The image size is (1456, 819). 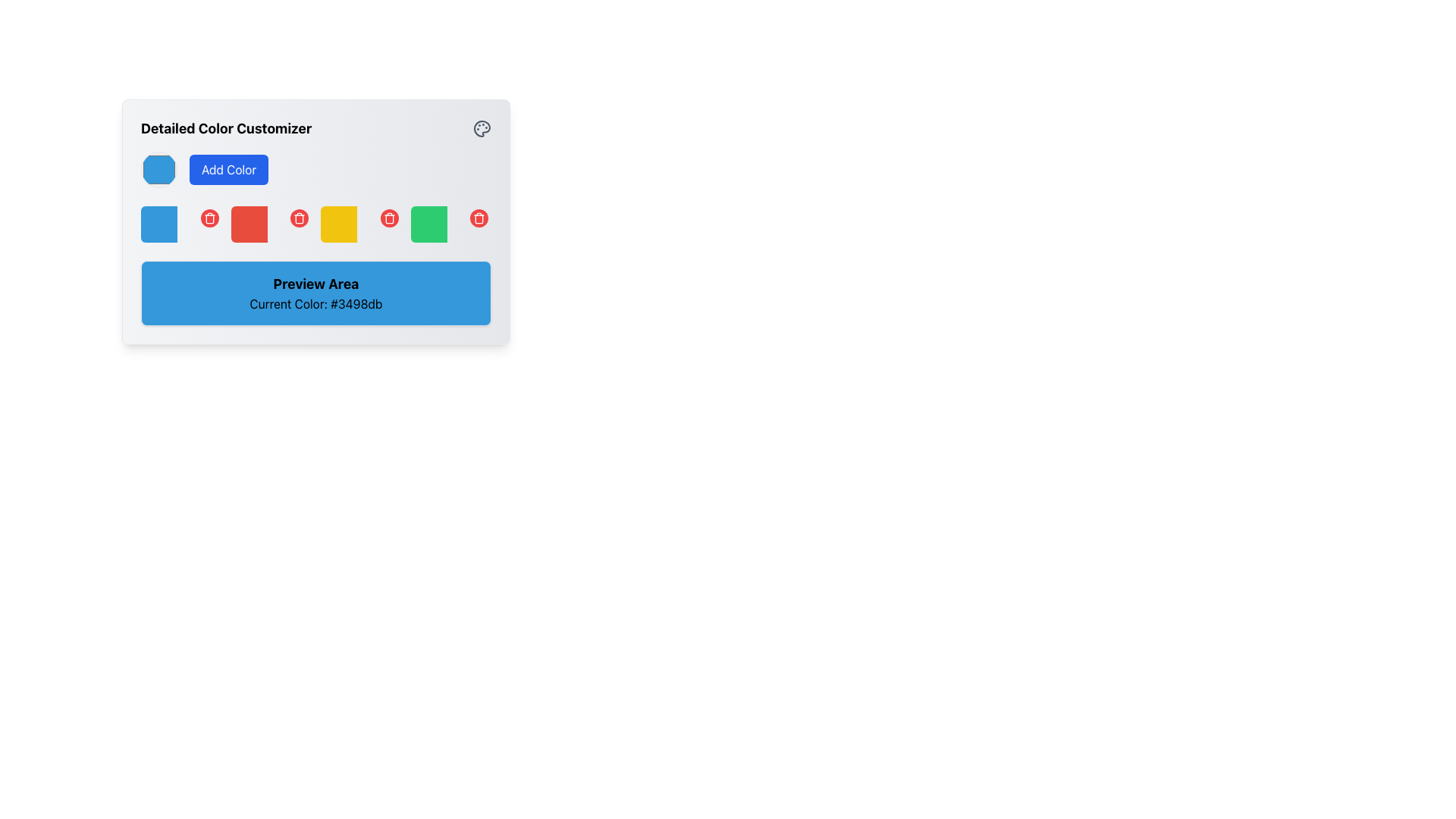 What do you see at coordinates (299, 219) in the screenshot?
I see `the trash can icon, which is a simple SVG graphic with a rectangular body and a lid, located beside the yellow color block in the center row of the interface` at bounding box center [299, 219].